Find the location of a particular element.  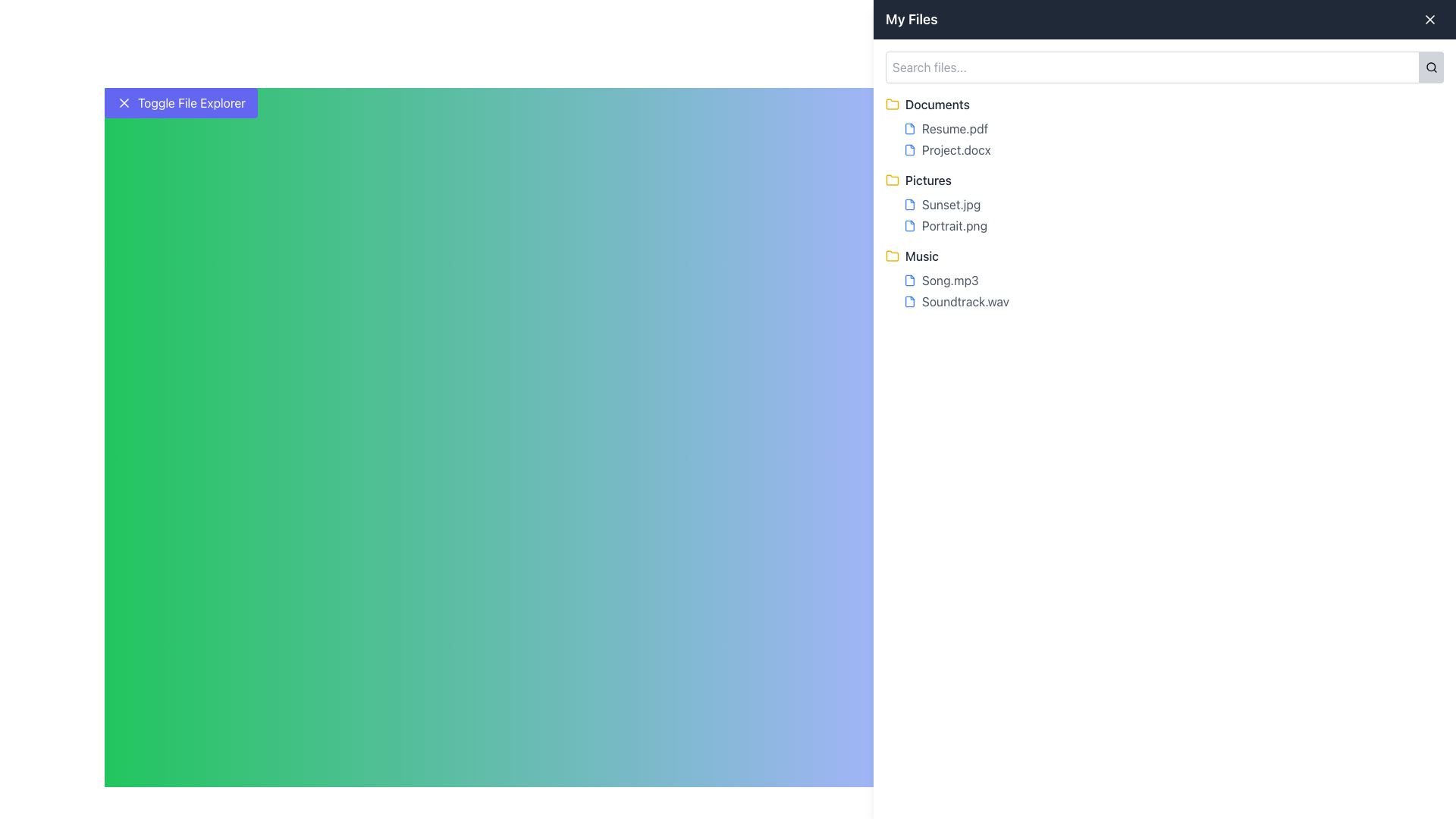

text label that displays 'My Files', which is located at the top-left corner of the header bar is located at coordinates (911, 20).